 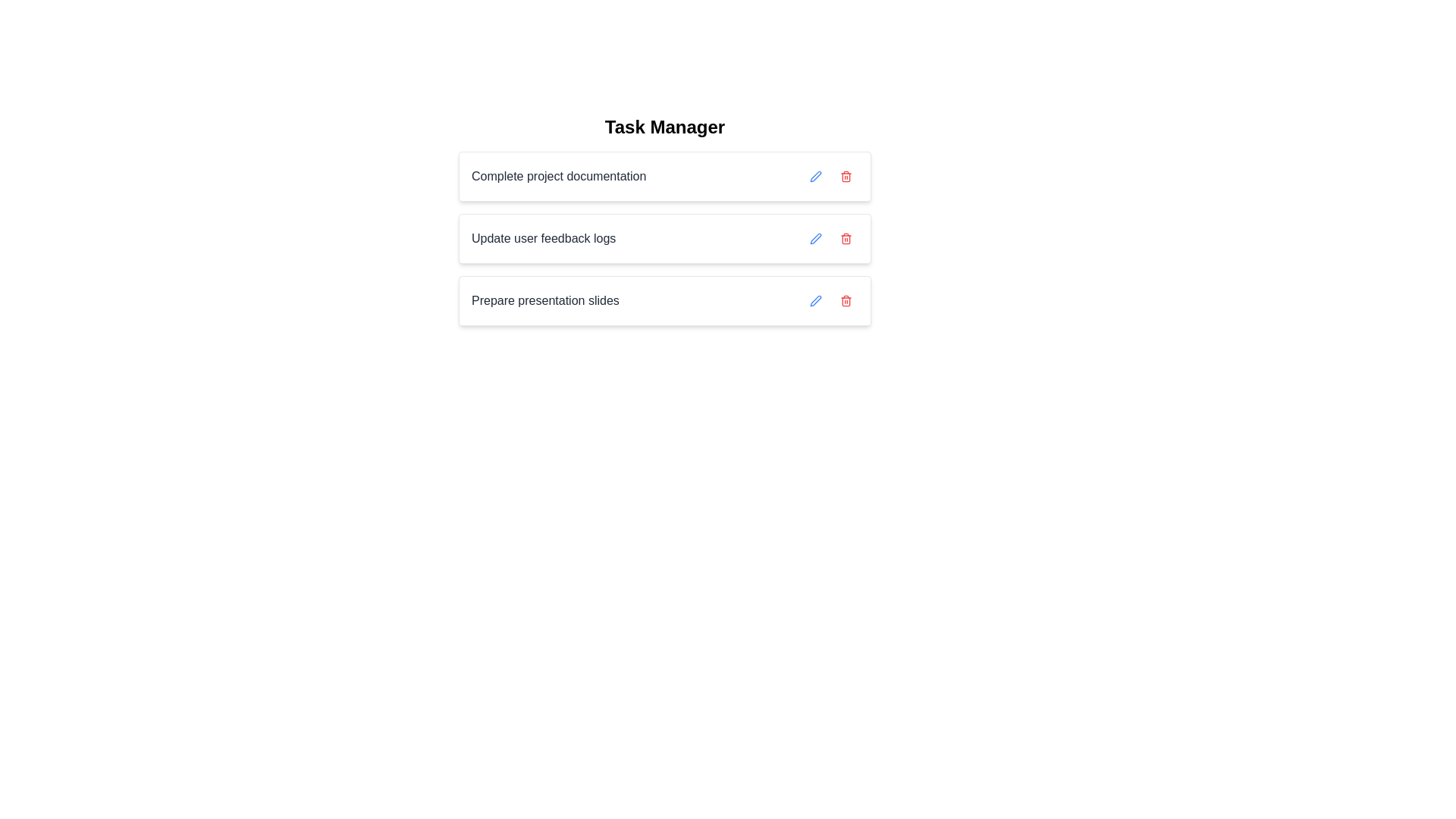 I want to click on the edit button located to the left of the red trash bin icon, which allows users to modify the corresponding task description, so click(x=814, y=175).